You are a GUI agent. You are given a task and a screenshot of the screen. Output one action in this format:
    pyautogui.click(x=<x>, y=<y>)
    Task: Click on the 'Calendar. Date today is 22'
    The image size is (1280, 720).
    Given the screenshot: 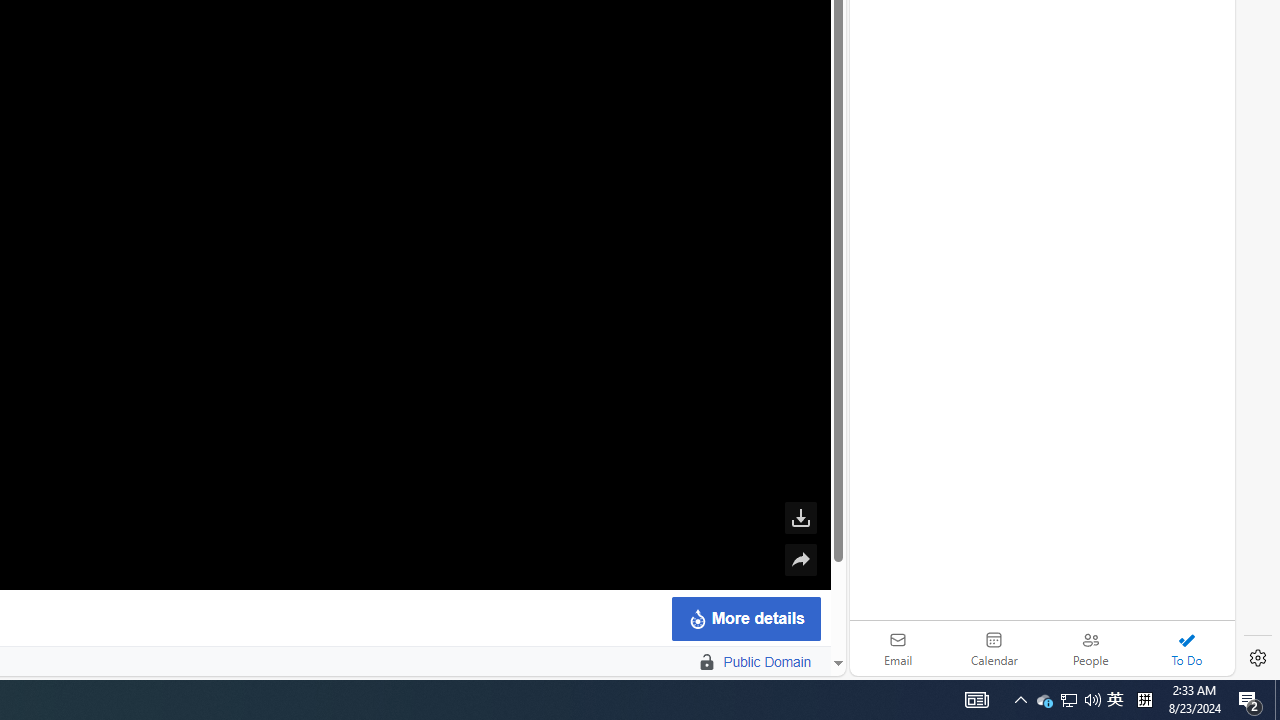 What is the action you would take?
    pyautogui.click(x=994, y=648)
    